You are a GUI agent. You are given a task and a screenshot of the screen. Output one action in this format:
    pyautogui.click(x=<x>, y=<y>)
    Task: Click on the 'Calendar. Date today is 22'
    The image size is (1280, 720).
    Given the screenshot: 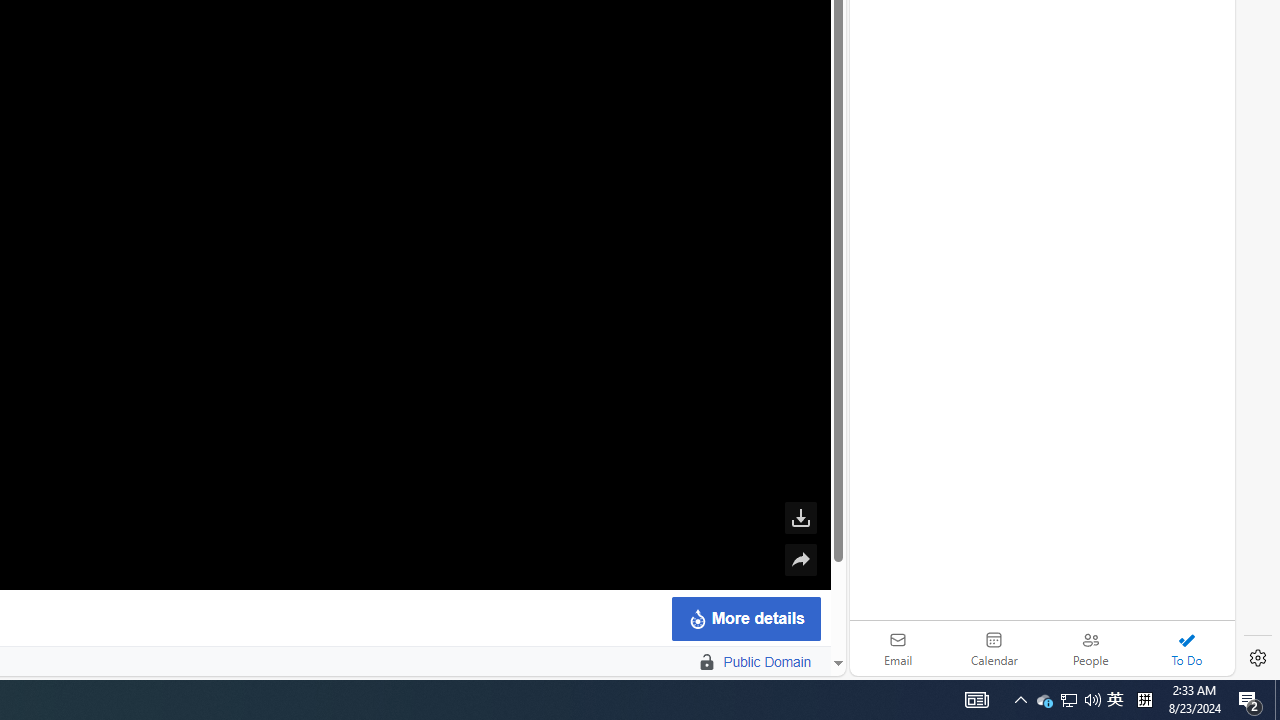 What is the action you would take?
    pyautogui.click(x=994, y=648)
    